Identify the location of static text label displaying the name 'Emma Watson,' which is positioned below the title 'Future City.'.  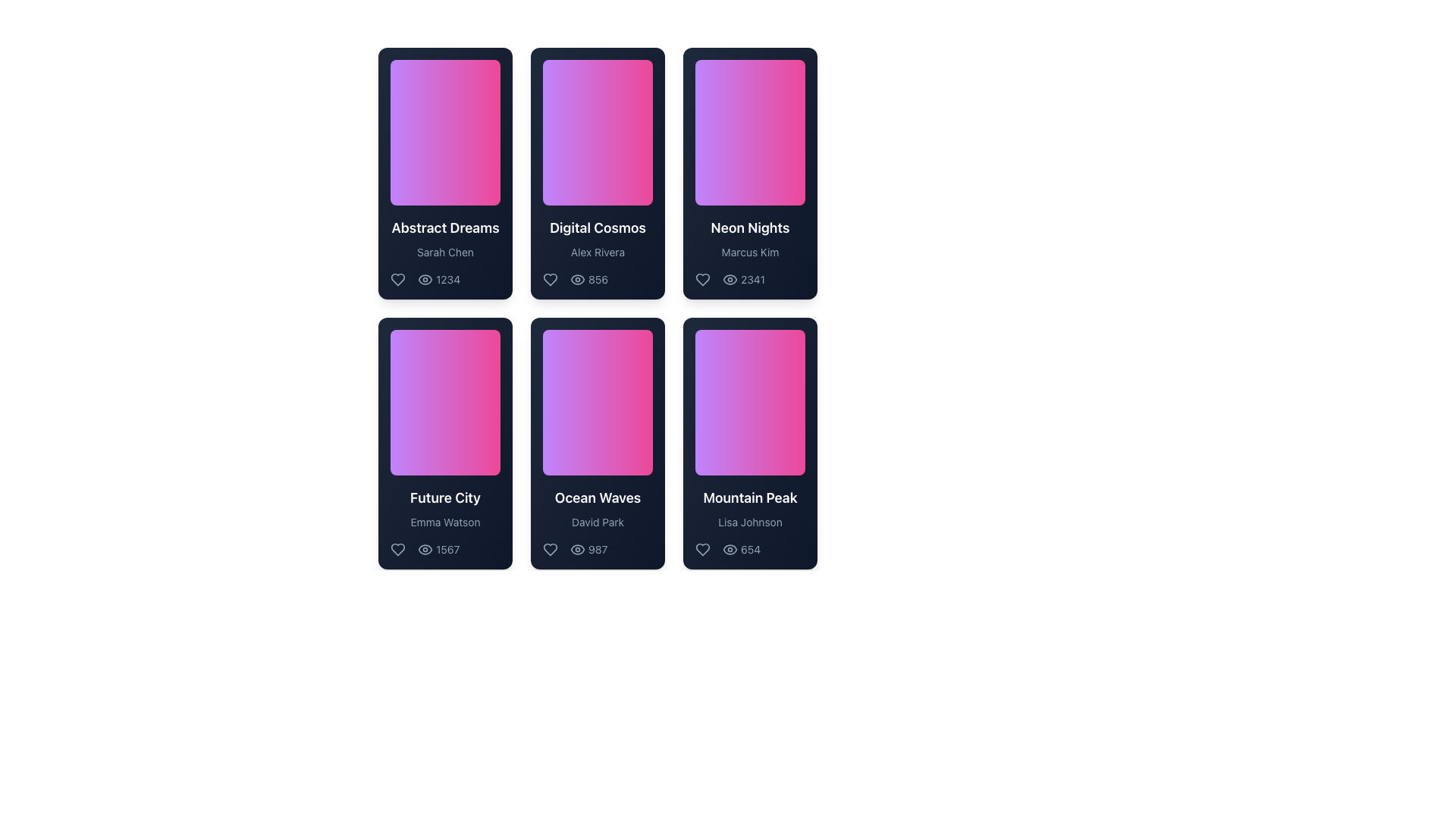
(444, 522).